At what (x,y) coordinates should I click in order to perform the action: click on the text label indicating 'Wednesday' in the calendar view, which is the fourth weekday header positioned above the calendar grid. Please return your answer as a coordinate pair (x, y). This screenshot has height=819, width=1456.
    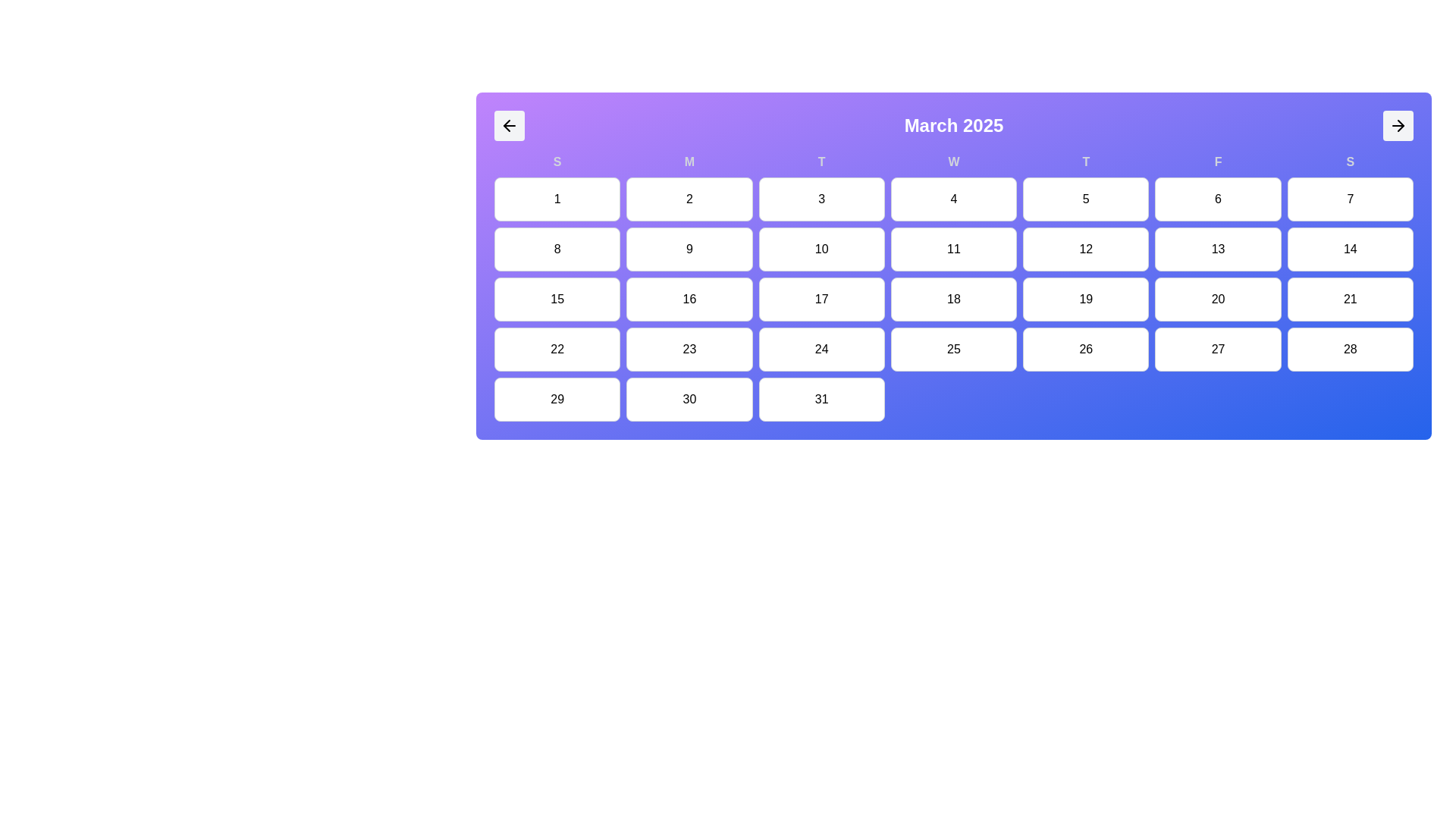
    Looking at the image, I should click on (952, 162).